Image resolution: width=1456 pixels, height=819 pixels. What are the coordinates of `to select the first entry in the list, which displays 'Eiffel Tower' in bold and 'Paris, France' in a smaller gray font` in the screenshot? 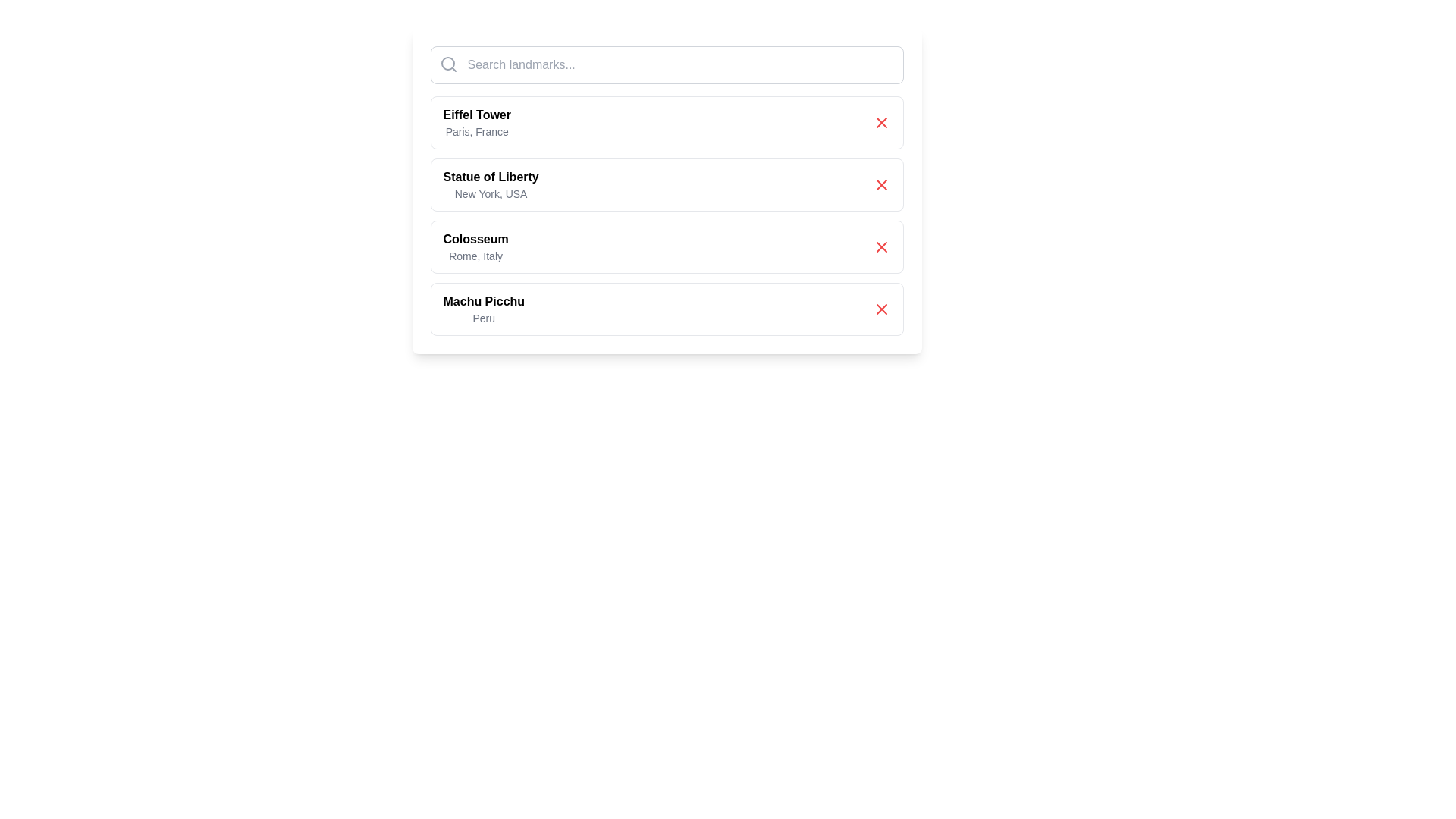 It's located at (476, 122).